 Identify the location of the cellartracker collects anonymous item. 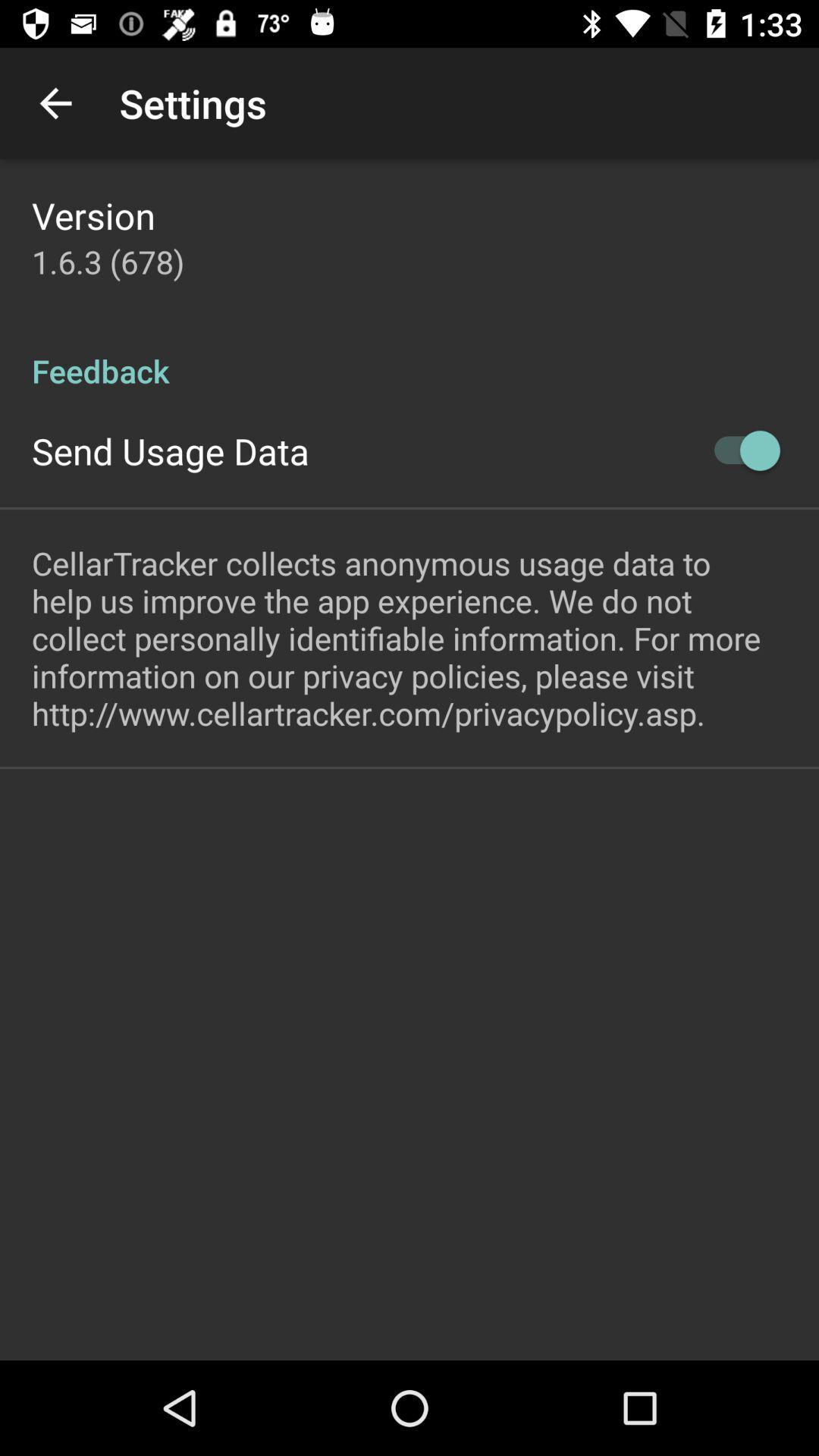
(409, 638).